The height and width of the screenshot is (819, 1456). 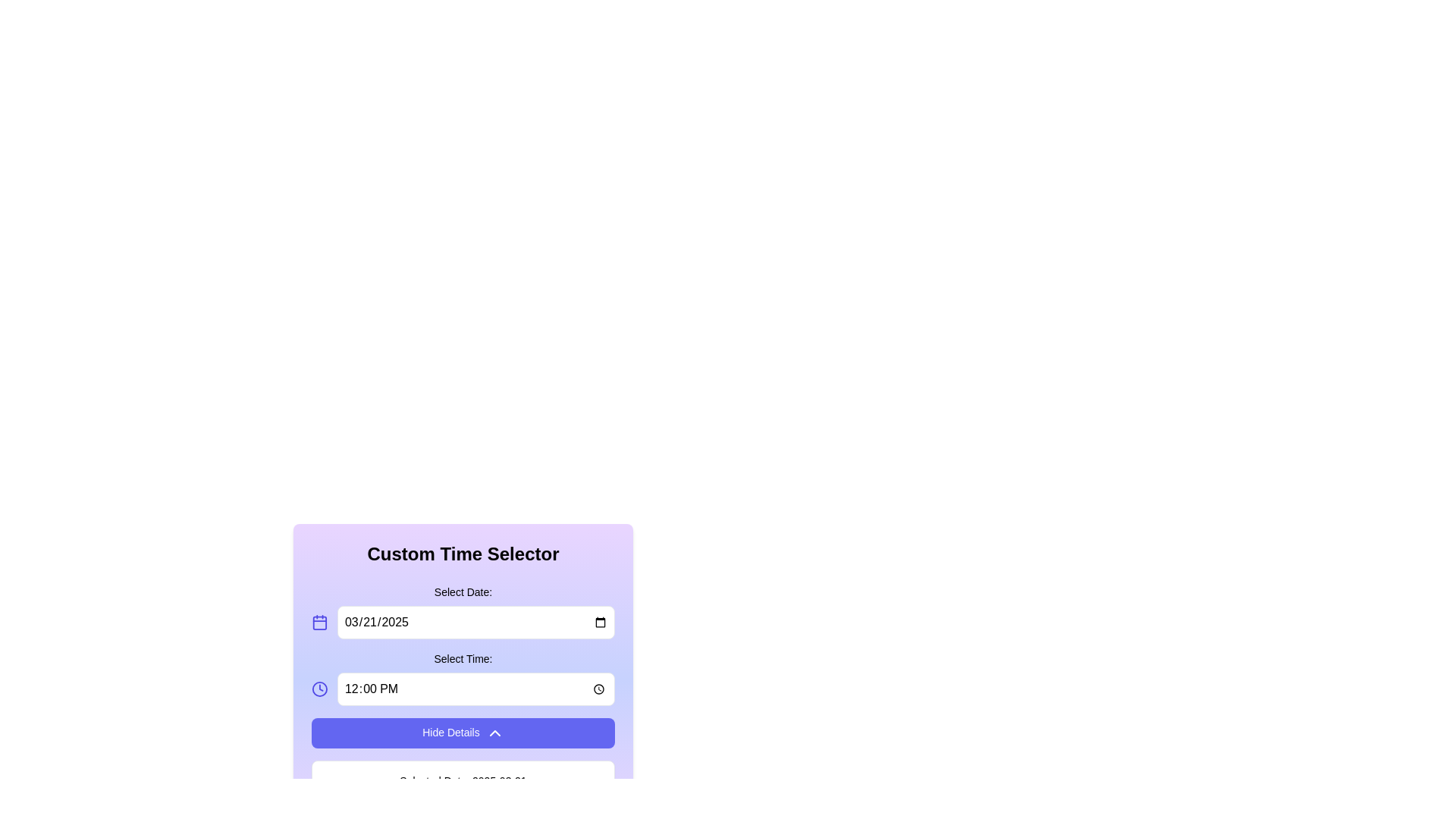 What do you see at coordinates (494, 733) in the screenshot?
I see `the state of the chevron-shaped icon above the 'Hide Details' text within the button at the bottom of the modal interface` at bounding box center [494, 733].